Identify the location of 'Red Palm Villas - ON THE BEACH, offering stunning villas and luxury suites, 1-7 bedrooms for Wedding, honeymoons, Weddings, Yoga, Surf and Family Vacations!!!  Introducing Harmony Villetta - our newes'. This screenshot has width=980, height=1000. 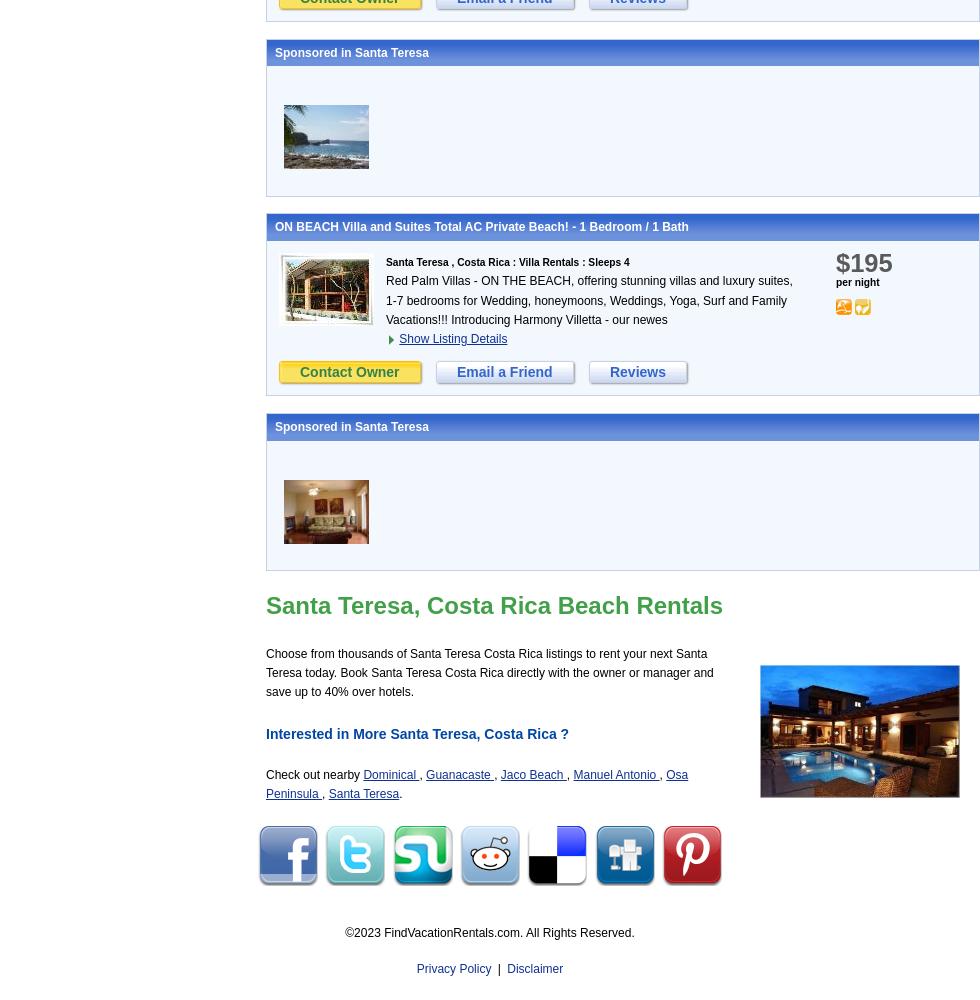
(588, 300).